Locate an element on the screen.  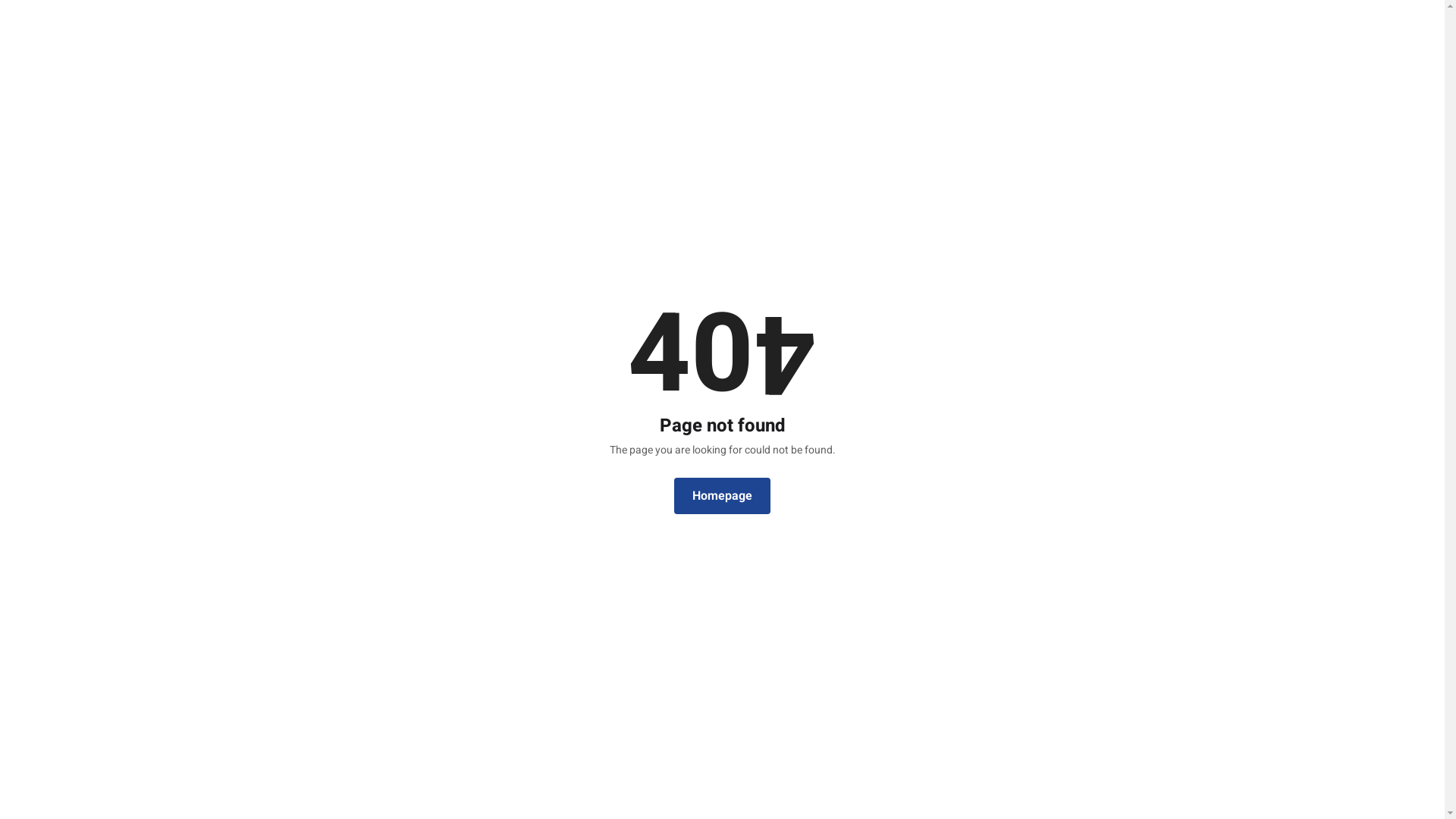
'Homepage' is located at coordinates (721, 496).